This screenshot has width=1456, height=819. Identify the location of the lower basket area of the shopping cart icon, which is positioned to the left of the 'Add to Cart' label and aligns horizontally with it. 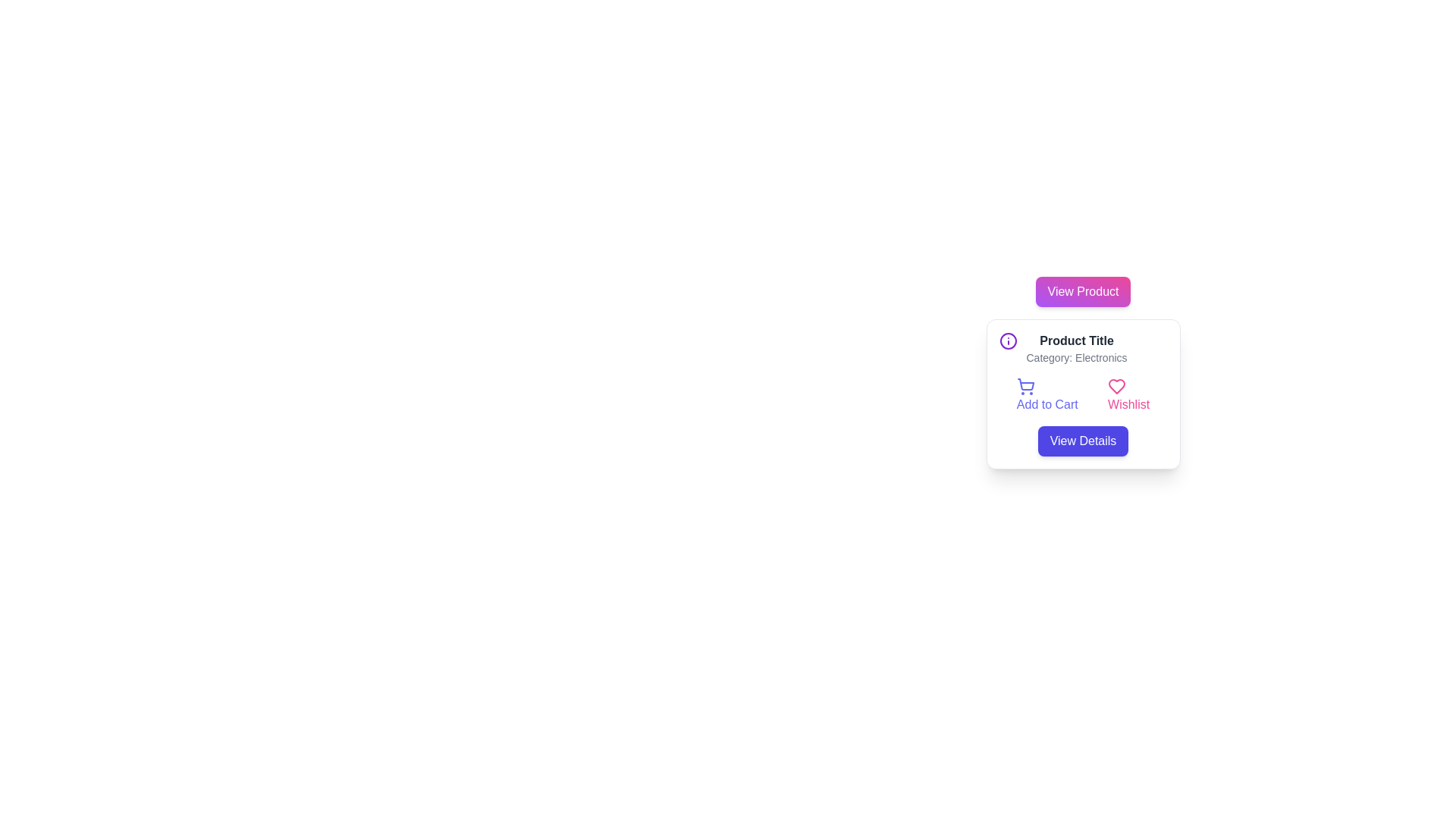
(1025, 384).